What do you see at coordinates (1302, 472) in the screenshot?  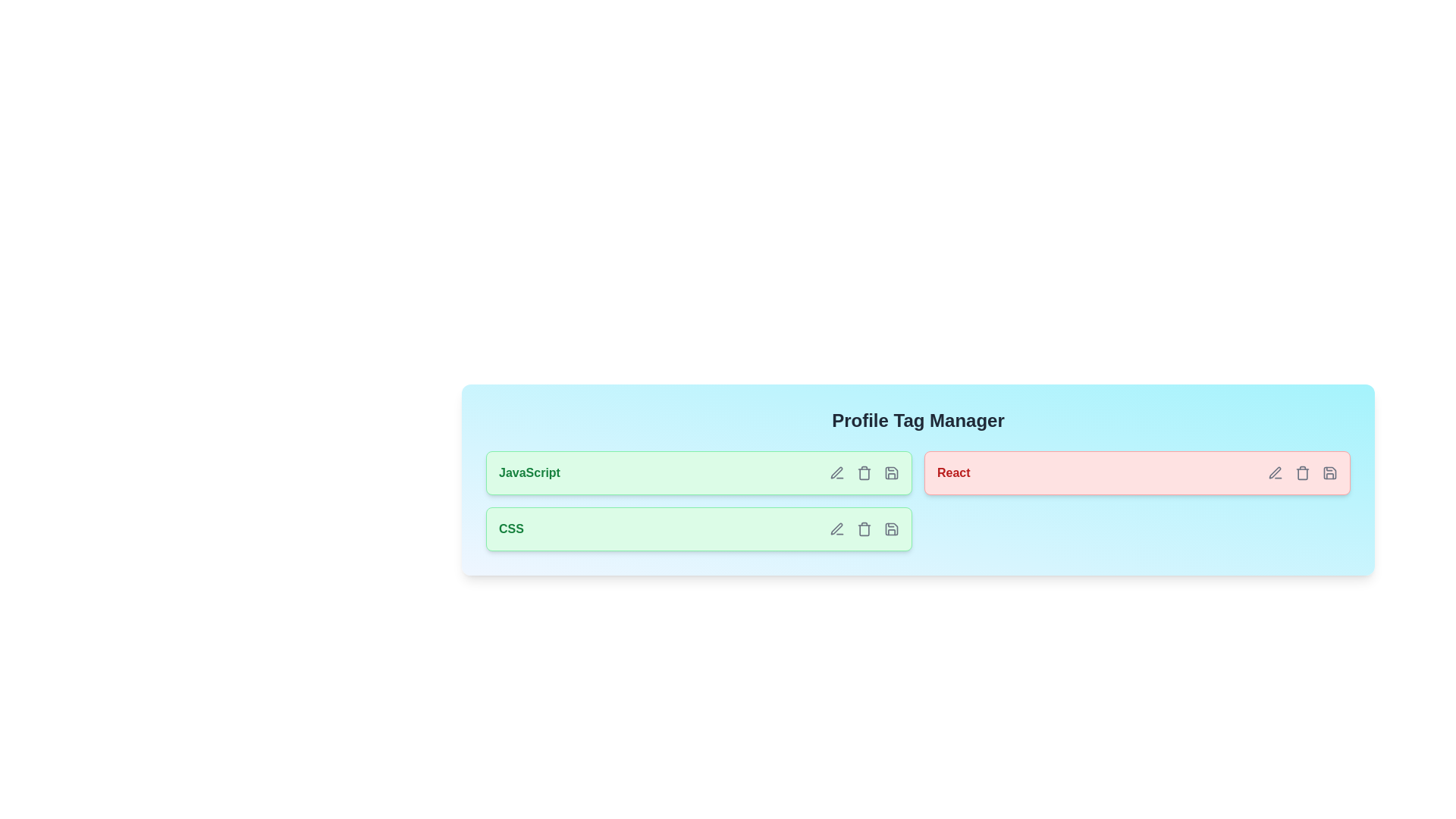 I see `the delete icon for the tag React` at bounding box center [1302, 472].